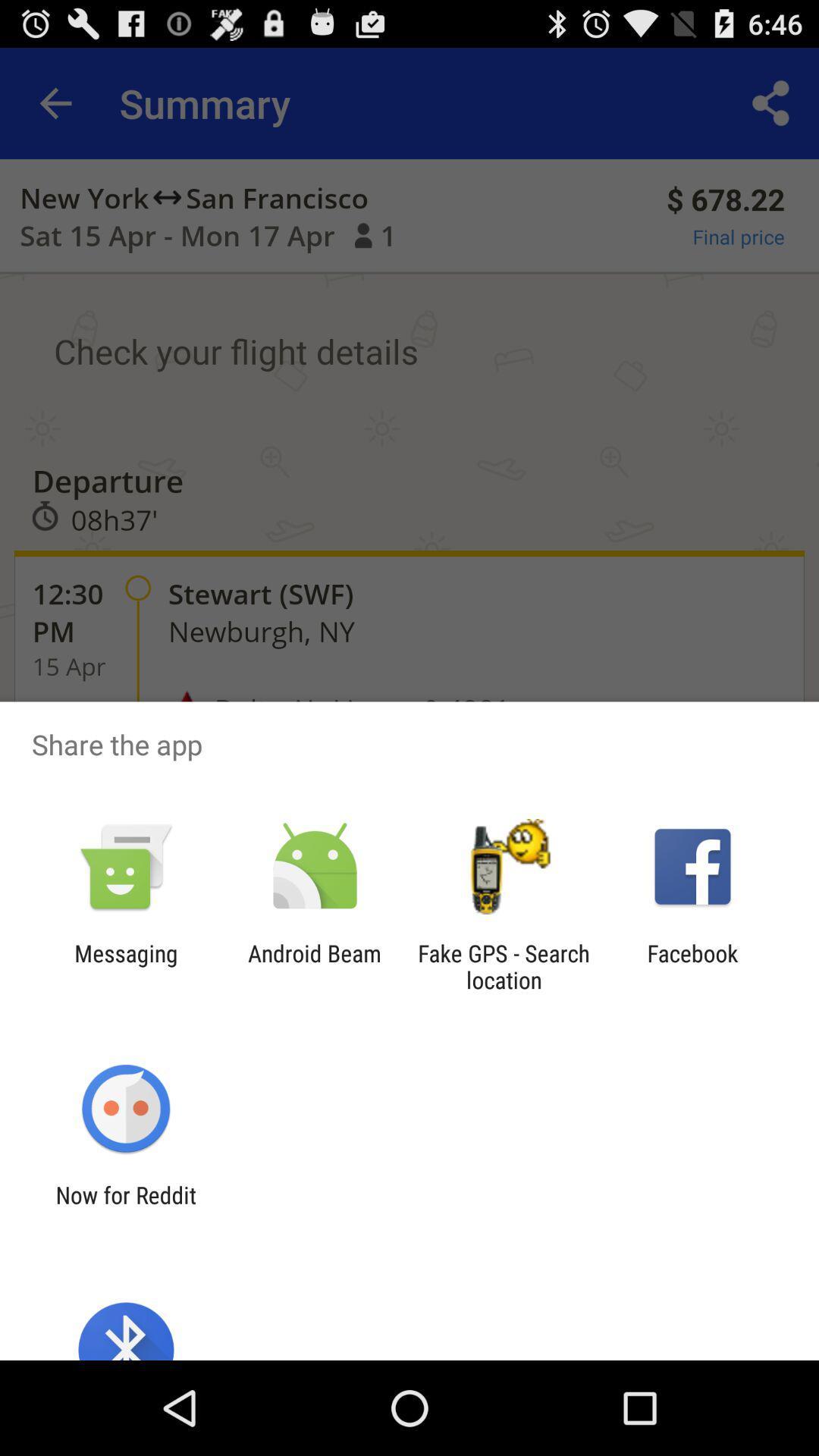 The height and width of the screenshot is (1456, 819). What do you see at coordinates (125, 1207) in the screenshot?
I see `now for reddit icon` at bounding box center [125, 1207].